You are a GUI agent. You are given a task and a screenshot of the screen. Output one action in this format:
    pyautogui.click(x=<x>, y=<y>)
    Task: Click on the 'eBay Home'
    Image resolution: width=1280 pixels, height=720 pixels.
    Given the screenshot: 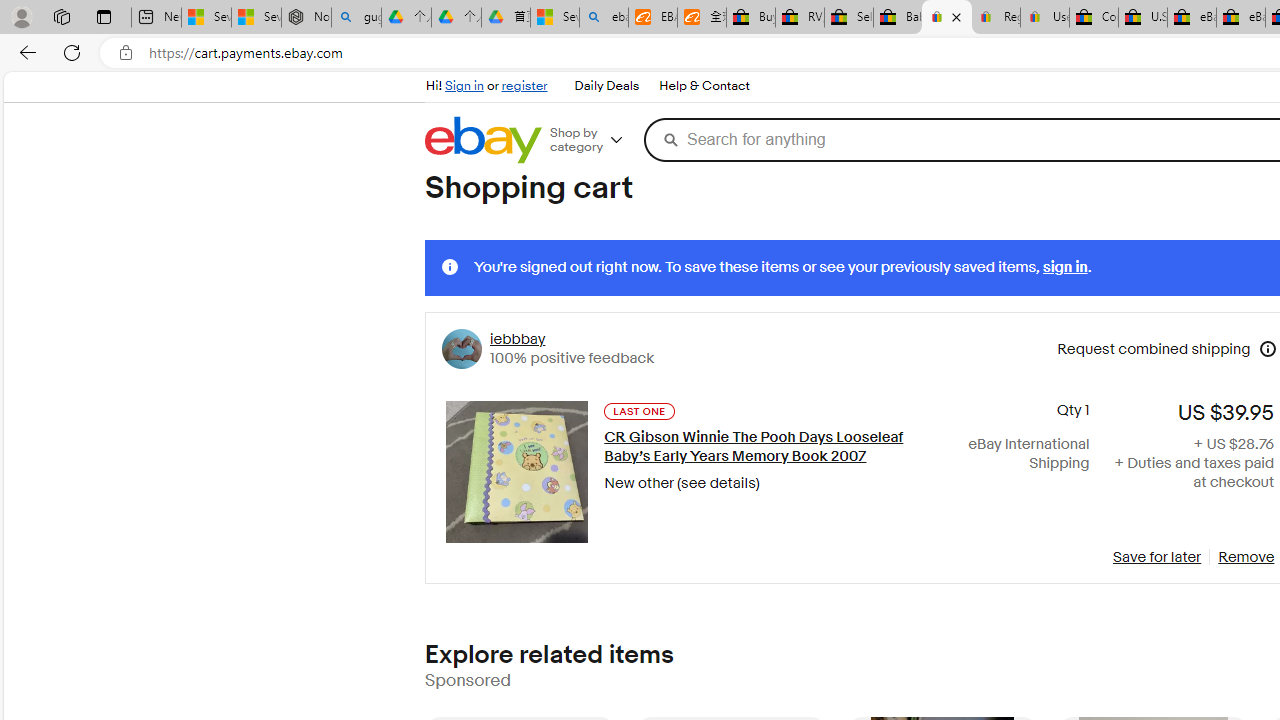 What is the action you would take?
    pyautogui.click(x=483, y=139)
    